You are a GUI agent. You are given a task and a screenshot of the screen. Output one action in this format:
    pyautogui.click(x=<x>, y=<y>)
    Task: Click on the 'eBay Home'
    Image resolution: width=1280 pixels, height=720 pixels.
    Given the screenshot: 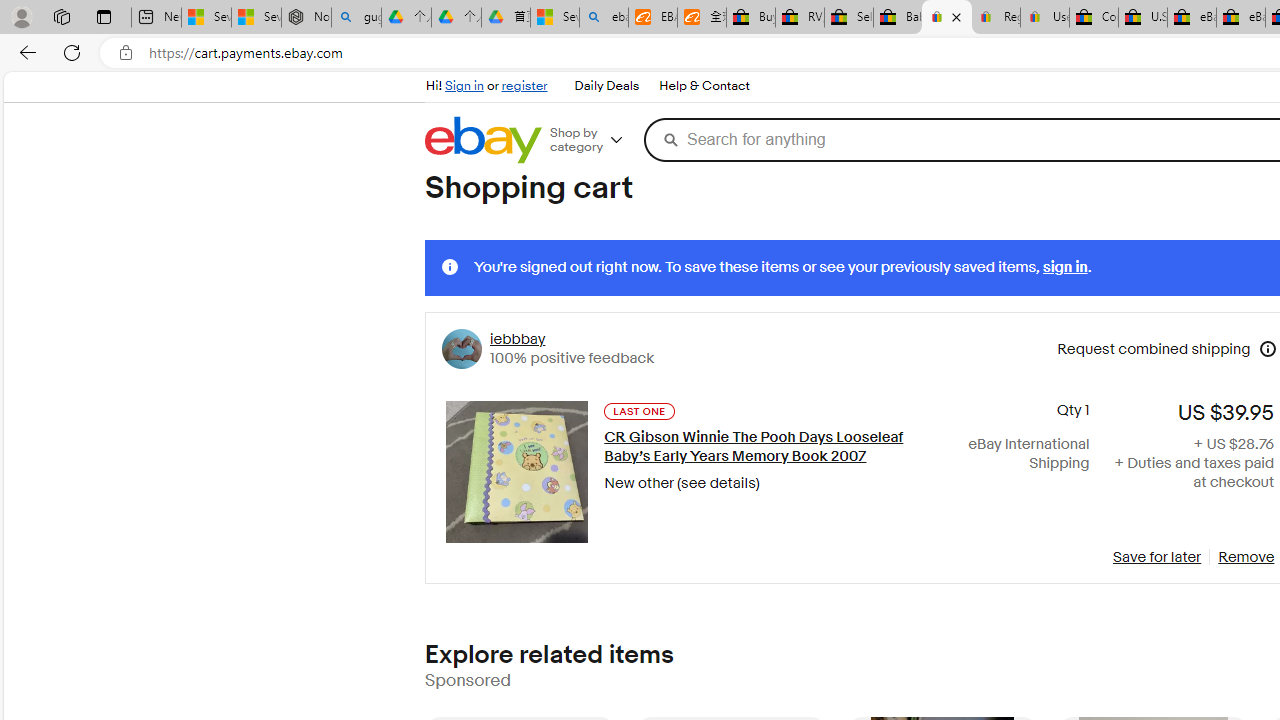 What is the action you would take?
    pyautogui.click(x=483, y=139)
    